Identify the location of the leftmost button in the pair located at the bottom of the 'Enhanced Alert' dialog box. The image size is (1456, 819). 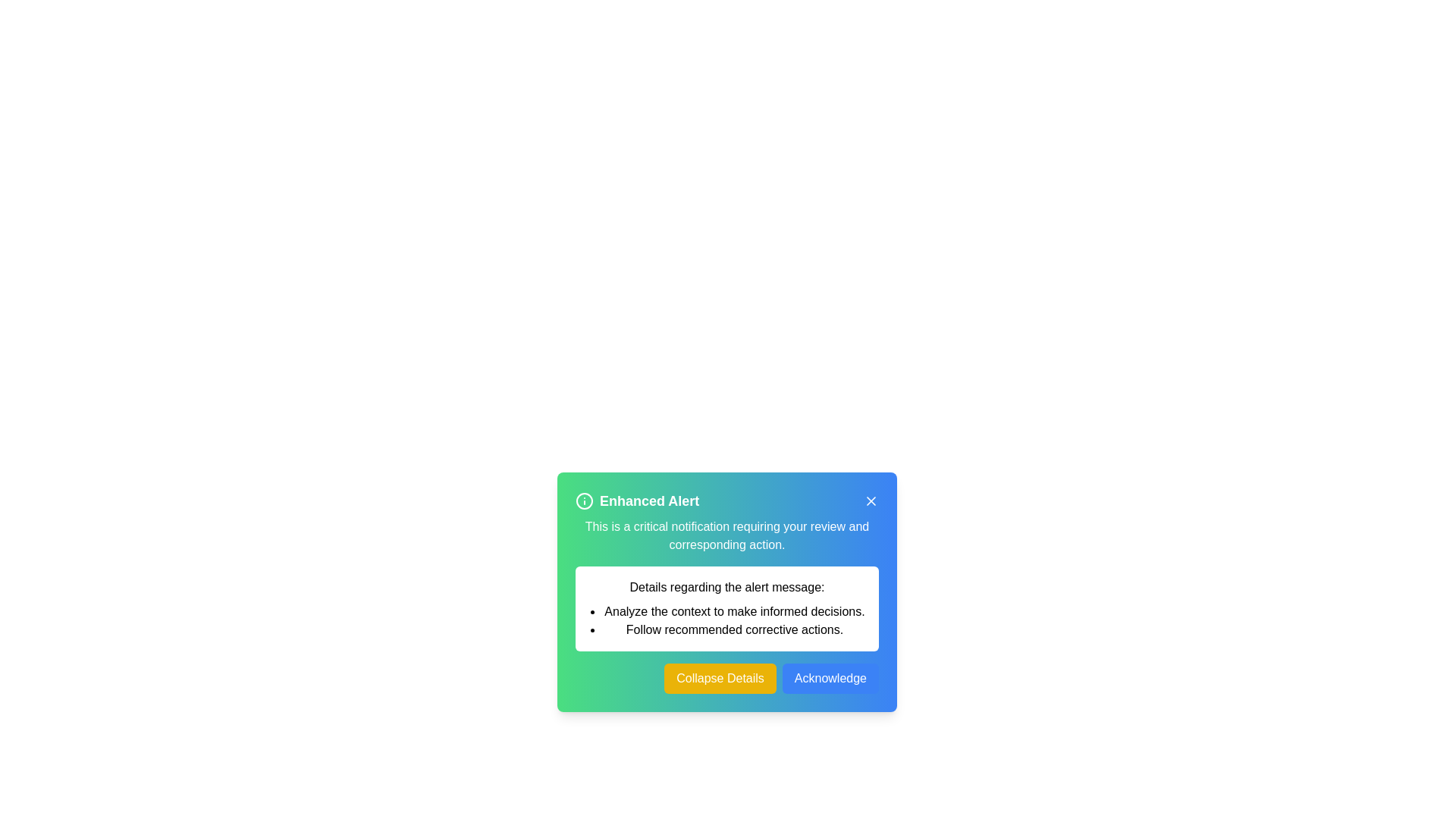
(726, 677).